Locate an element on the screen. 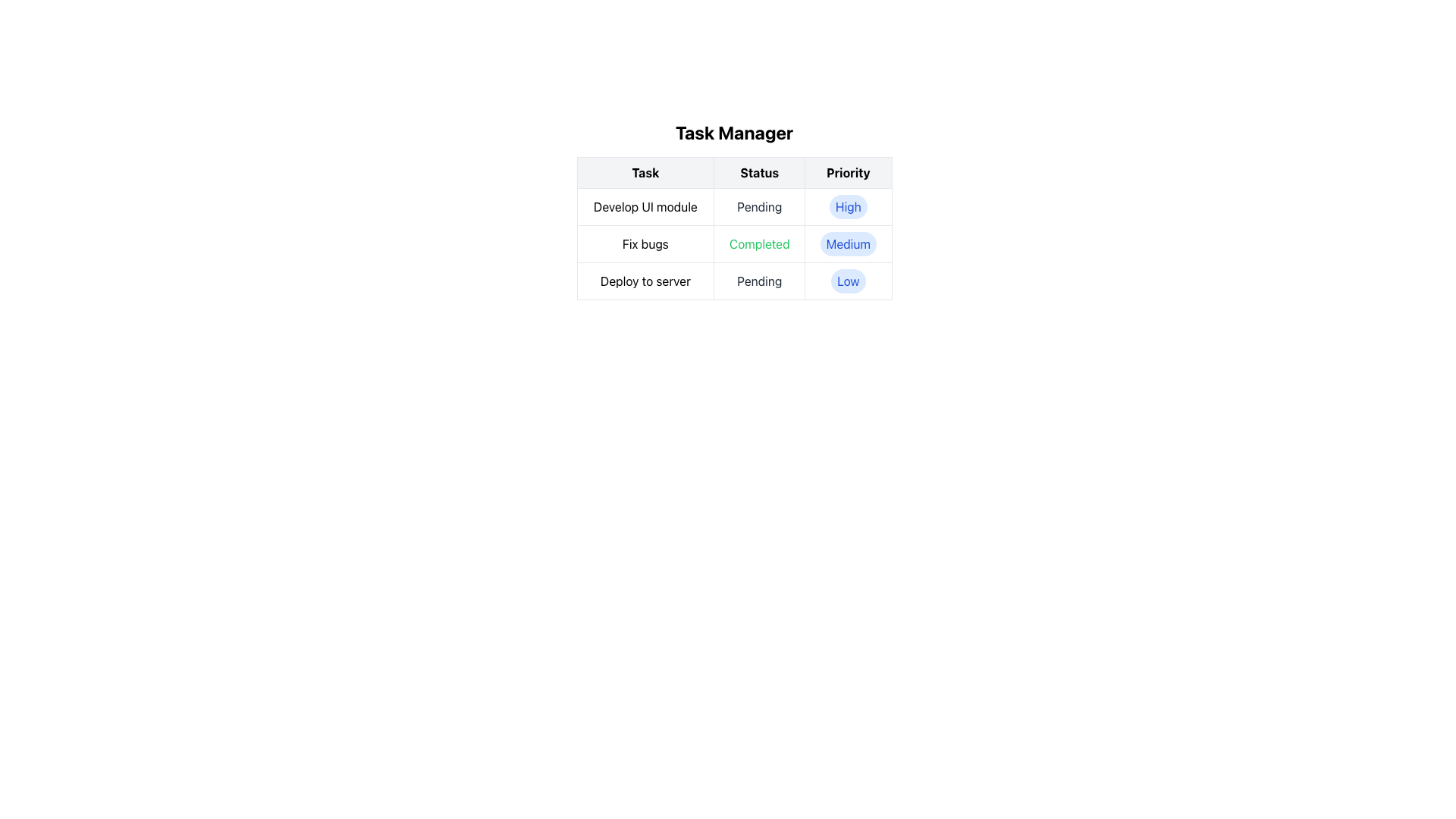 The height and width of the screenshot is (819, 1456). the 'Priority' column header in the table, which is the third and rightmost column header, to indicate its purpose related to task priorities is located at coordinates (847, 171).